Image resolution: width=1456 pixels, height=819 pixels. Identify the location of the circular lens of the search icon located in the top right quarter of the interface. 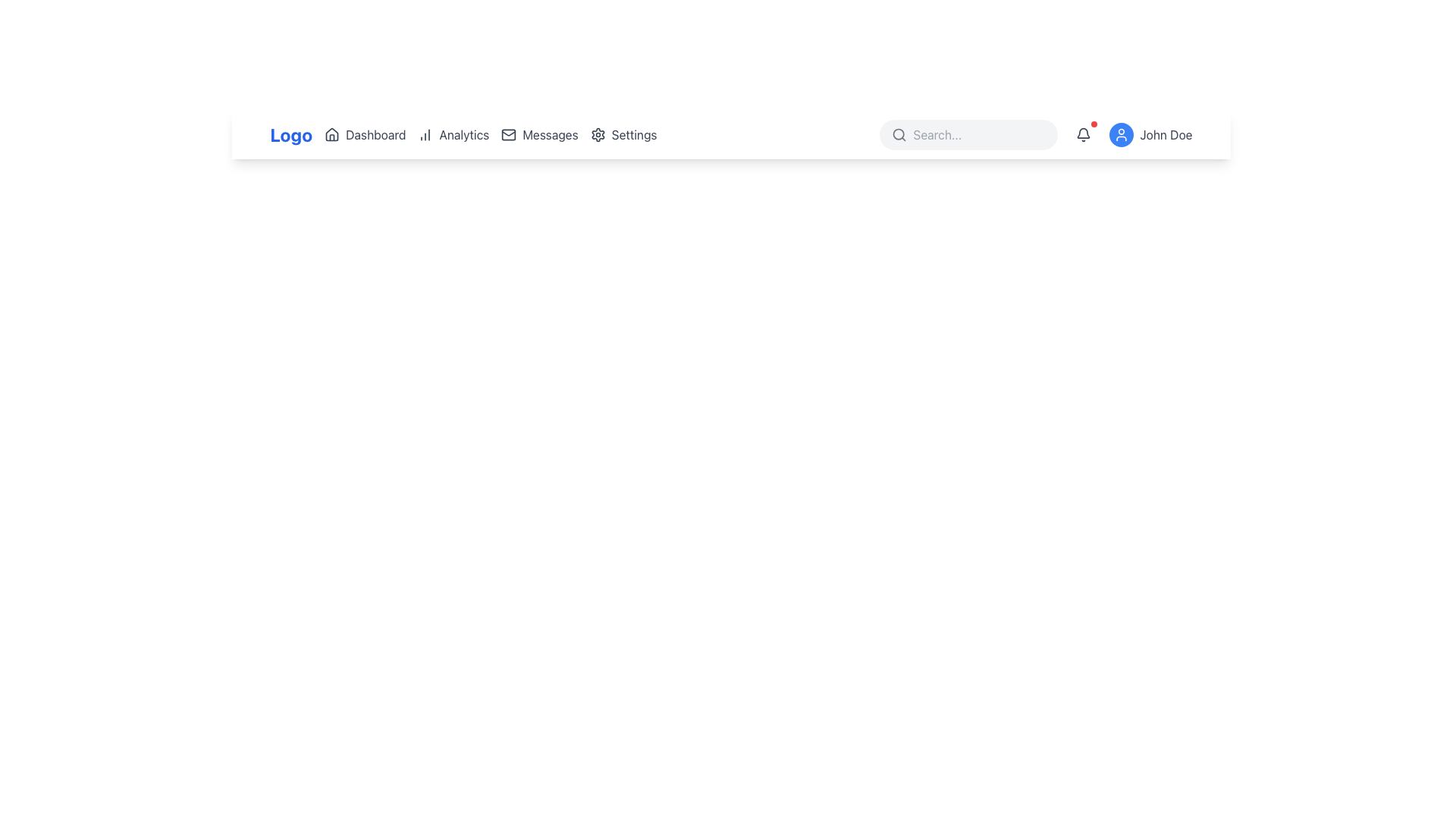
(899, 133).